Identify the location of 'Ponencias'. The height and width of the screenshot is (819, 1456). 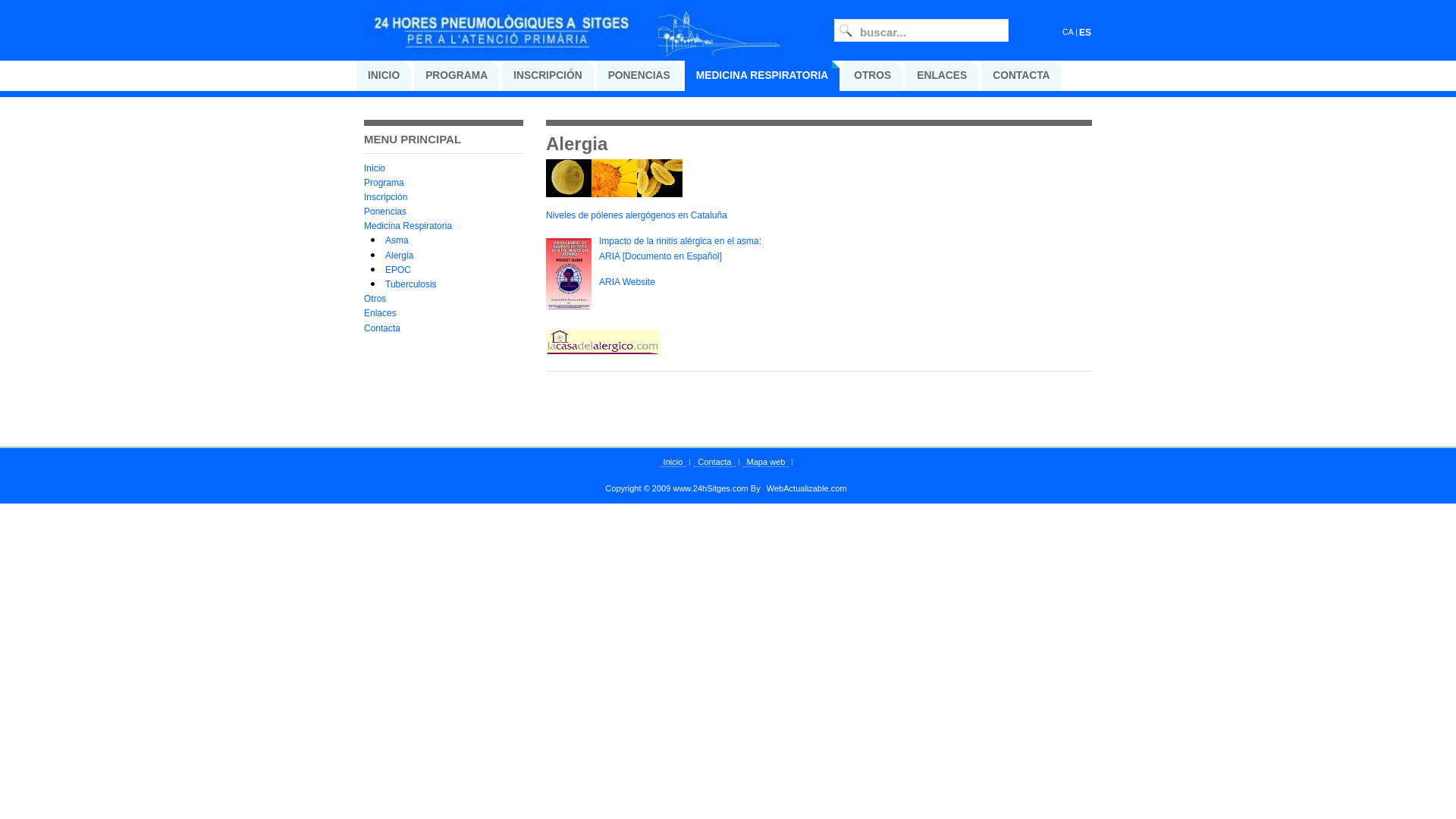
(385, 211).